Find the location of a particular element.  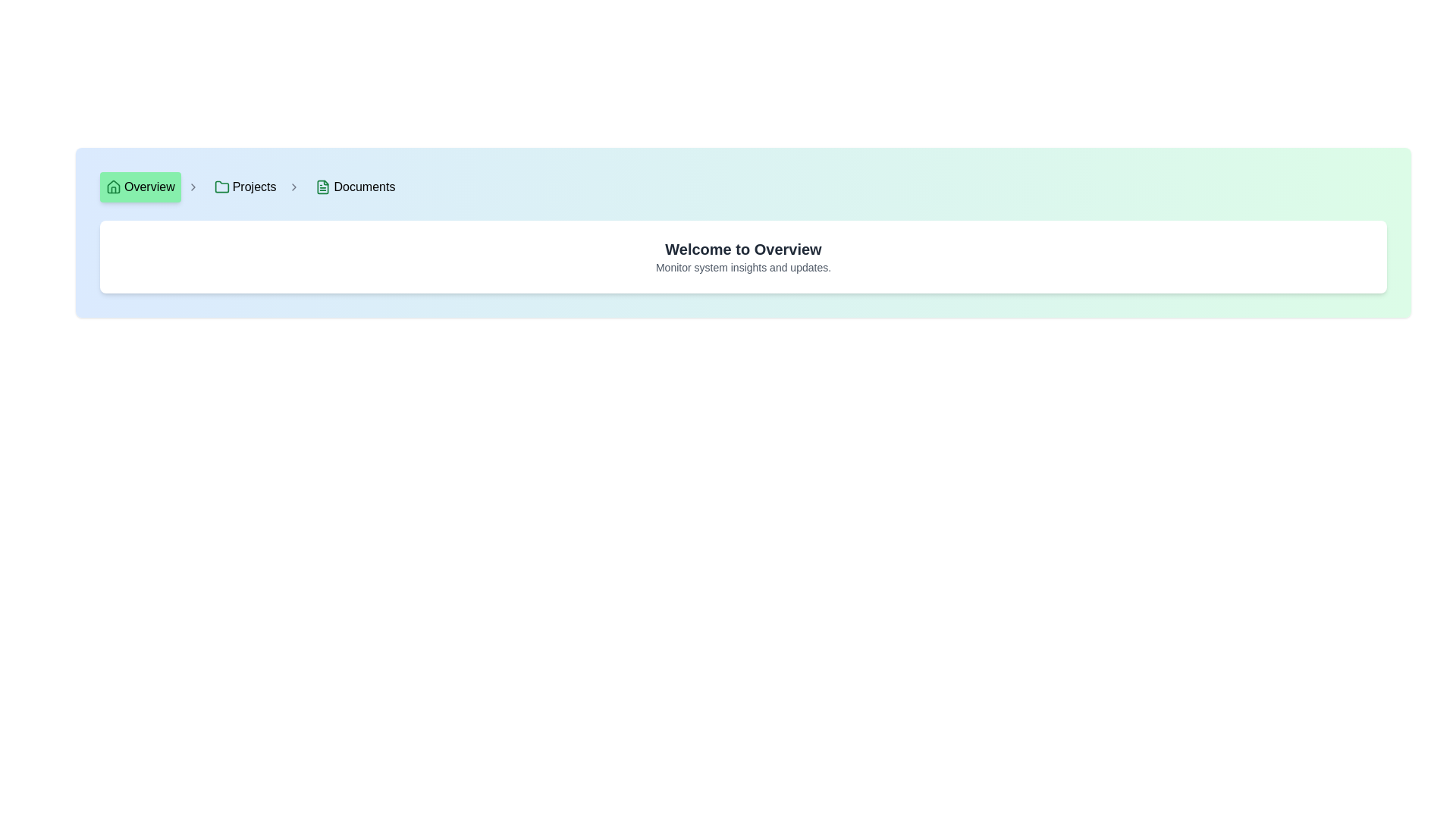

the Header with subtitle that says 'Welcome to Overview' and 'Monitor system insights and updates.' is located at coordinates (743, 256).